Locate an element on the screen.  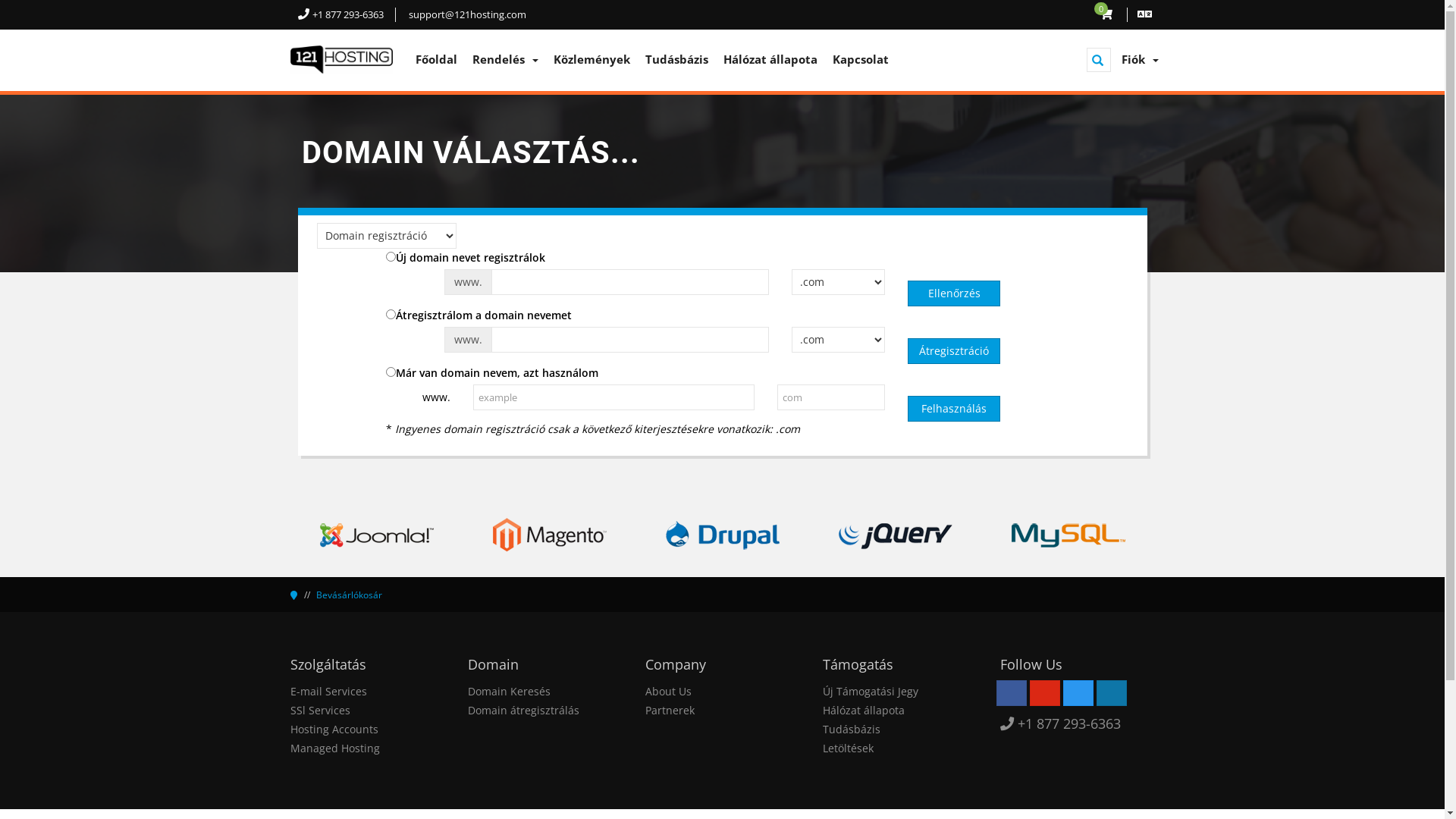
'Partnerek' is located at coordinates (668, 710).